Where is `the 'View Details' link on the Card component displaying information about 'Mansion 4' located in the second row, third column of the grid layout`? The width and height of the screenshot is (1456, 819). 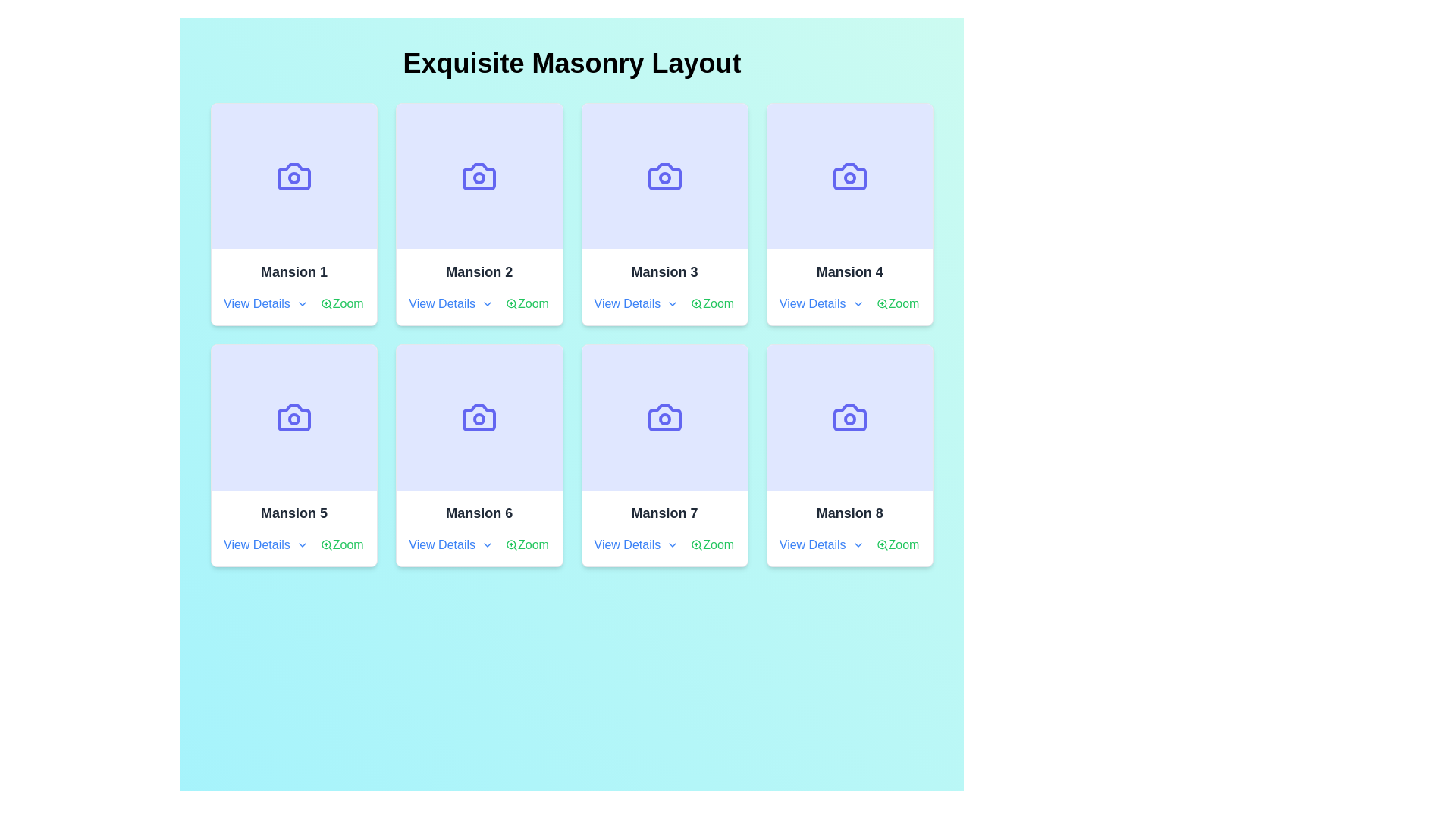
the 'View Details' link on the Card component displaying information about 'Mansion 4' located in the second row, third column of the grid layout is located at coordinates (849, 287).